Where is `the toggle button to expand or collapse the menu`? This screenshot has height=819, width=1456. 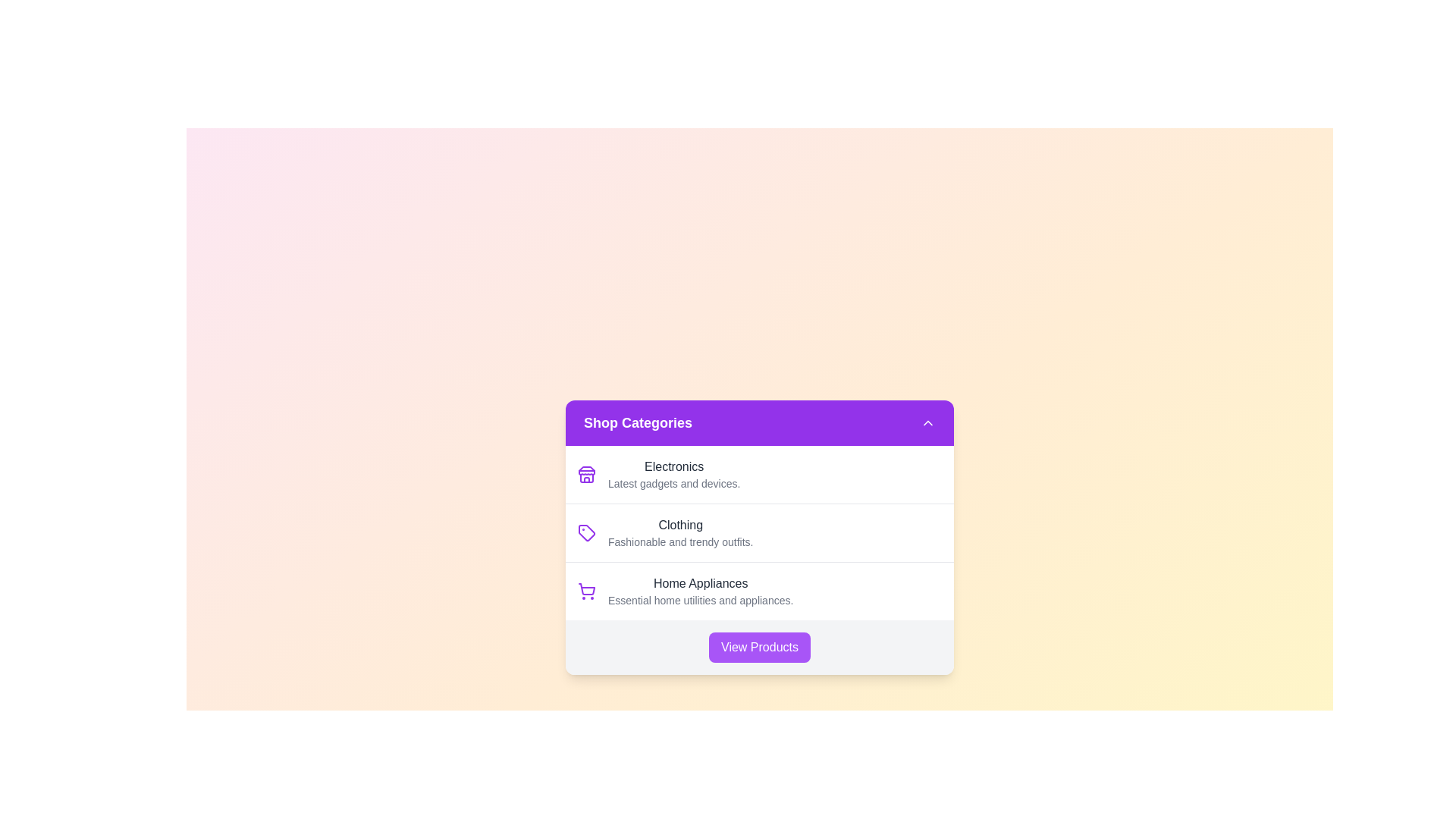
the toggle button to expand or collapse the menu is located at coordinates (927, 423).